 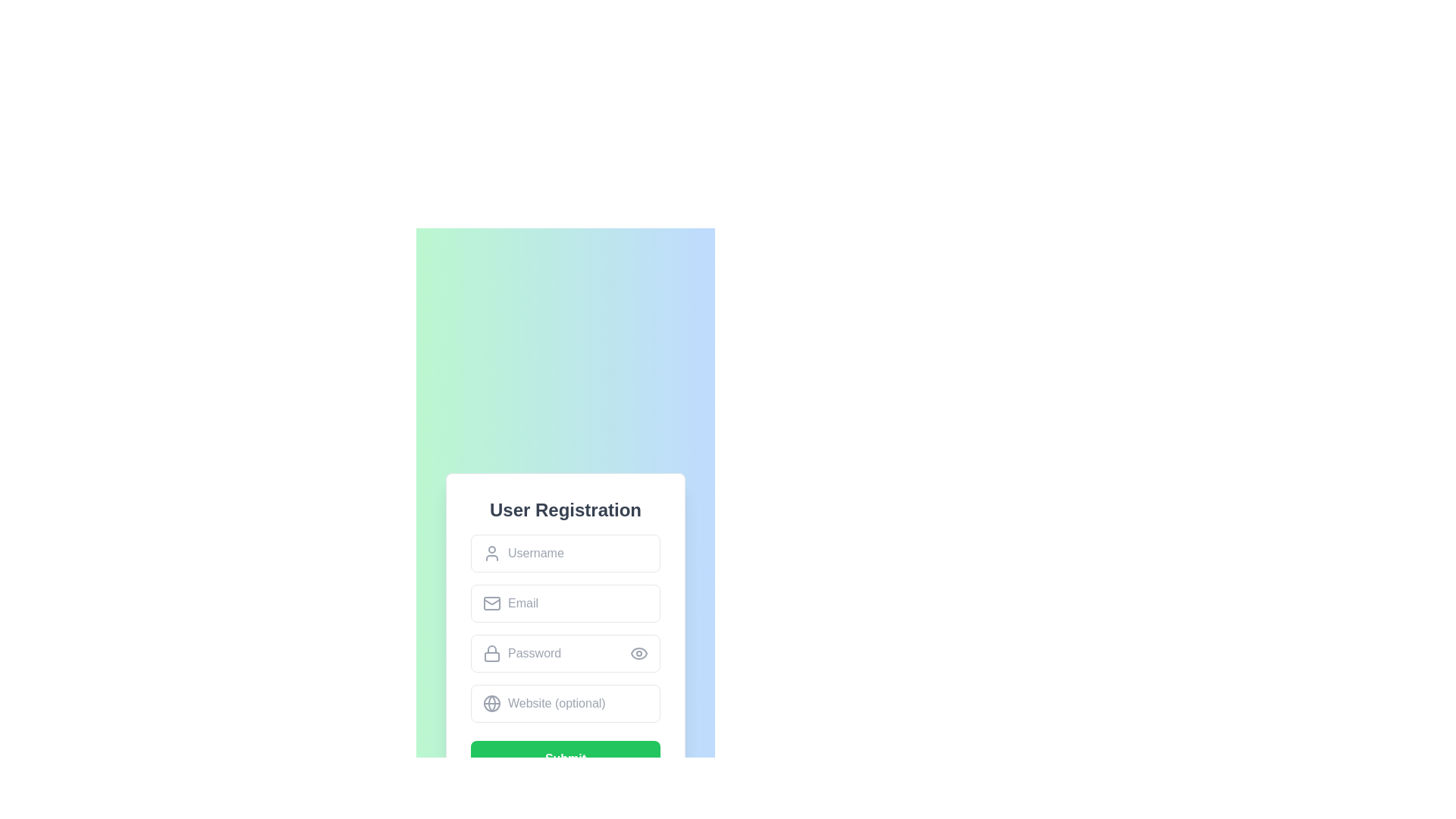 I want to click on the small rectangular decorative component located within the lock icon, which is positioned to the left of the 'Password' input field in the 'User Registration' form, so click(x=491, y=656).